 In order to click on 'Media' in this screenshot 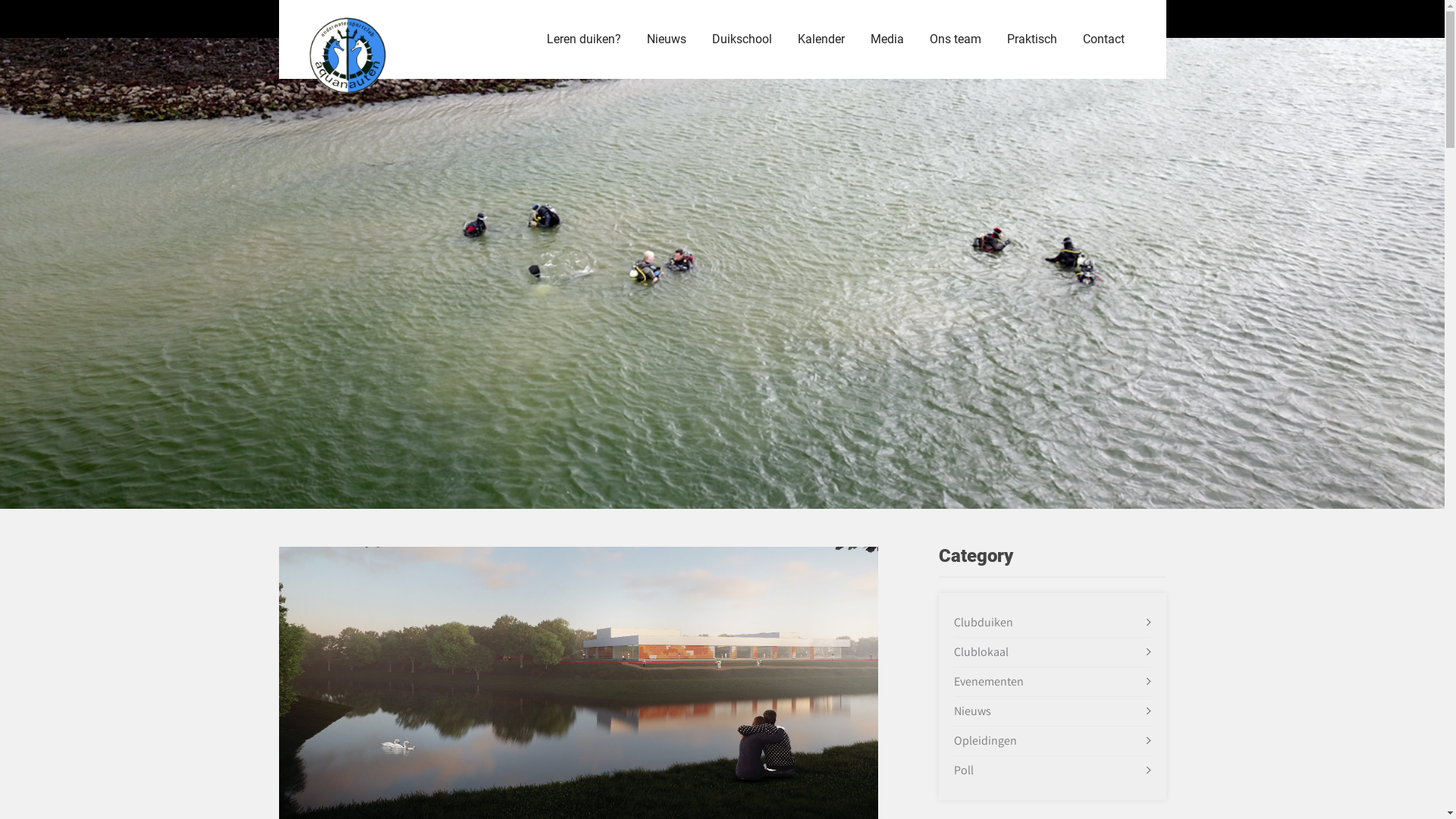, I will do `click(858, 38)`.